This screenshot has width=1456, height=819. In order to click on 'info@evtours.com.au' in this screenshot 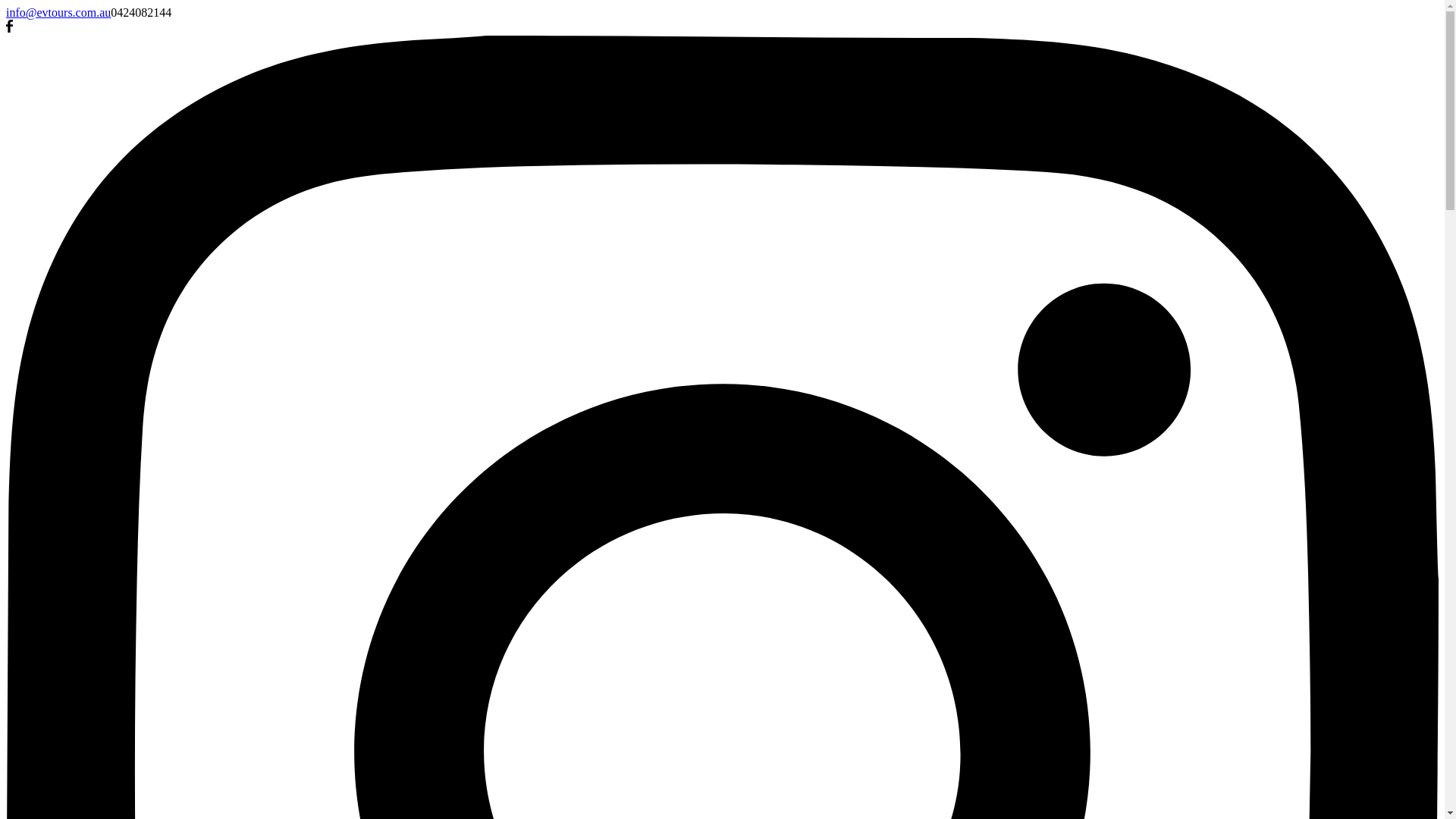, I will do `click(58, 12)`.